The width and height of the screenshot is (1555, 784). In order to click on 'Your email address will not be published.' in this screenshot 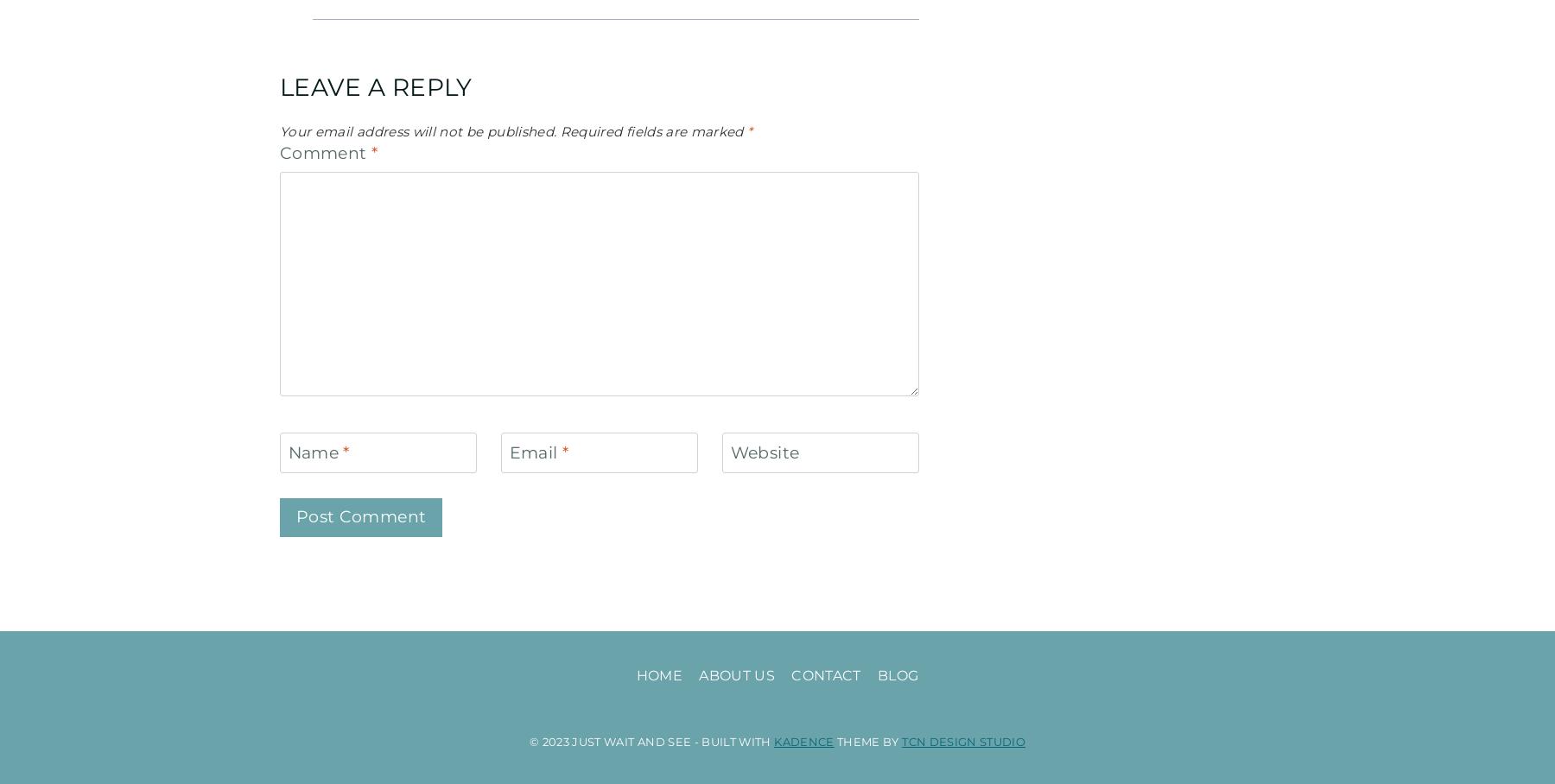, I will do `click(417, 130)`.